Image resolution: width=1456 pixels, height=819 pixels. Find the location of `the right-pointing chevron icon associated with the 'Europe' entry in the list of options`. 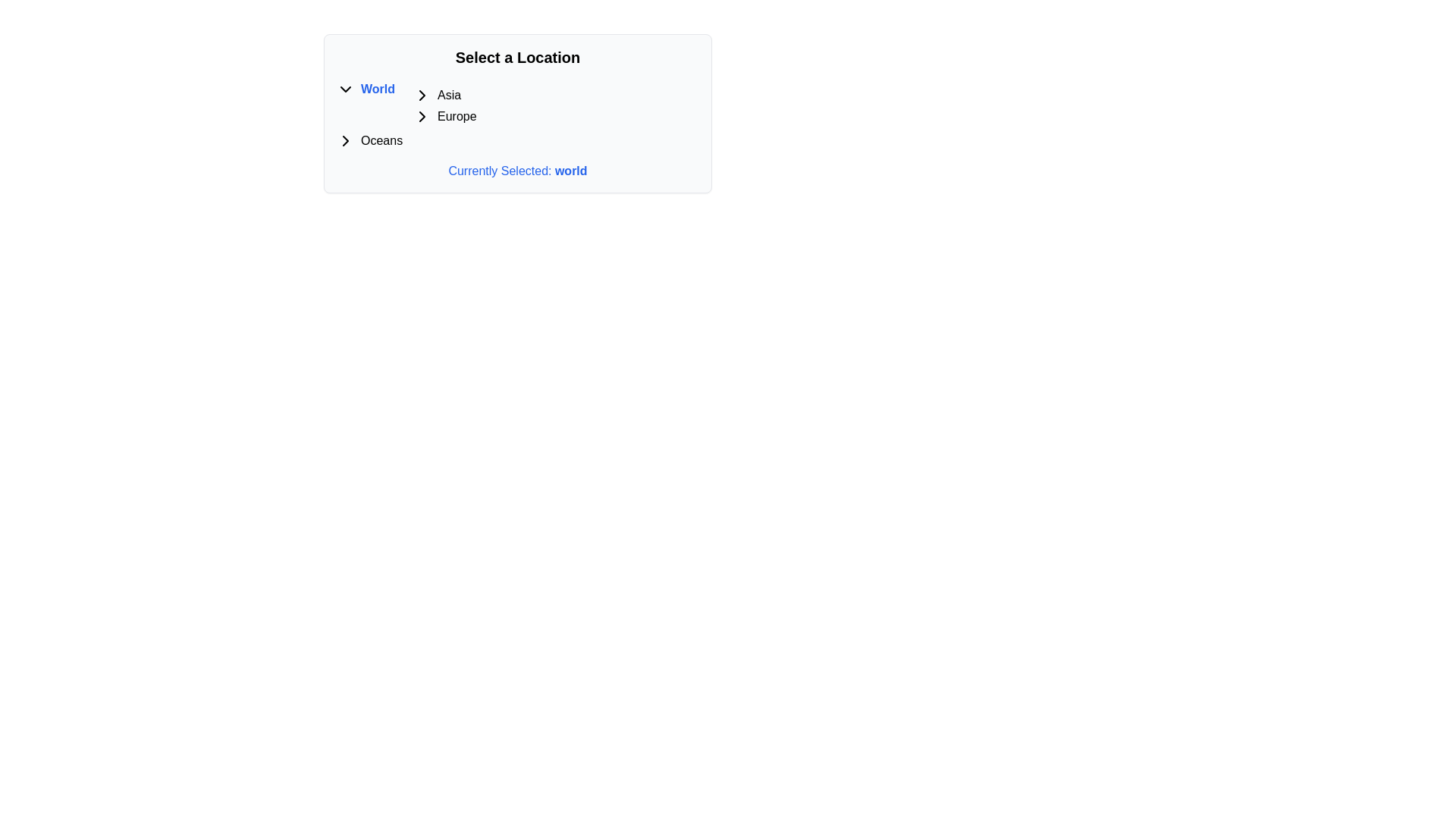

the right-pointing chevron icon associated with the 'Europe' entry in the list of options is located at coordinates (422, 116).